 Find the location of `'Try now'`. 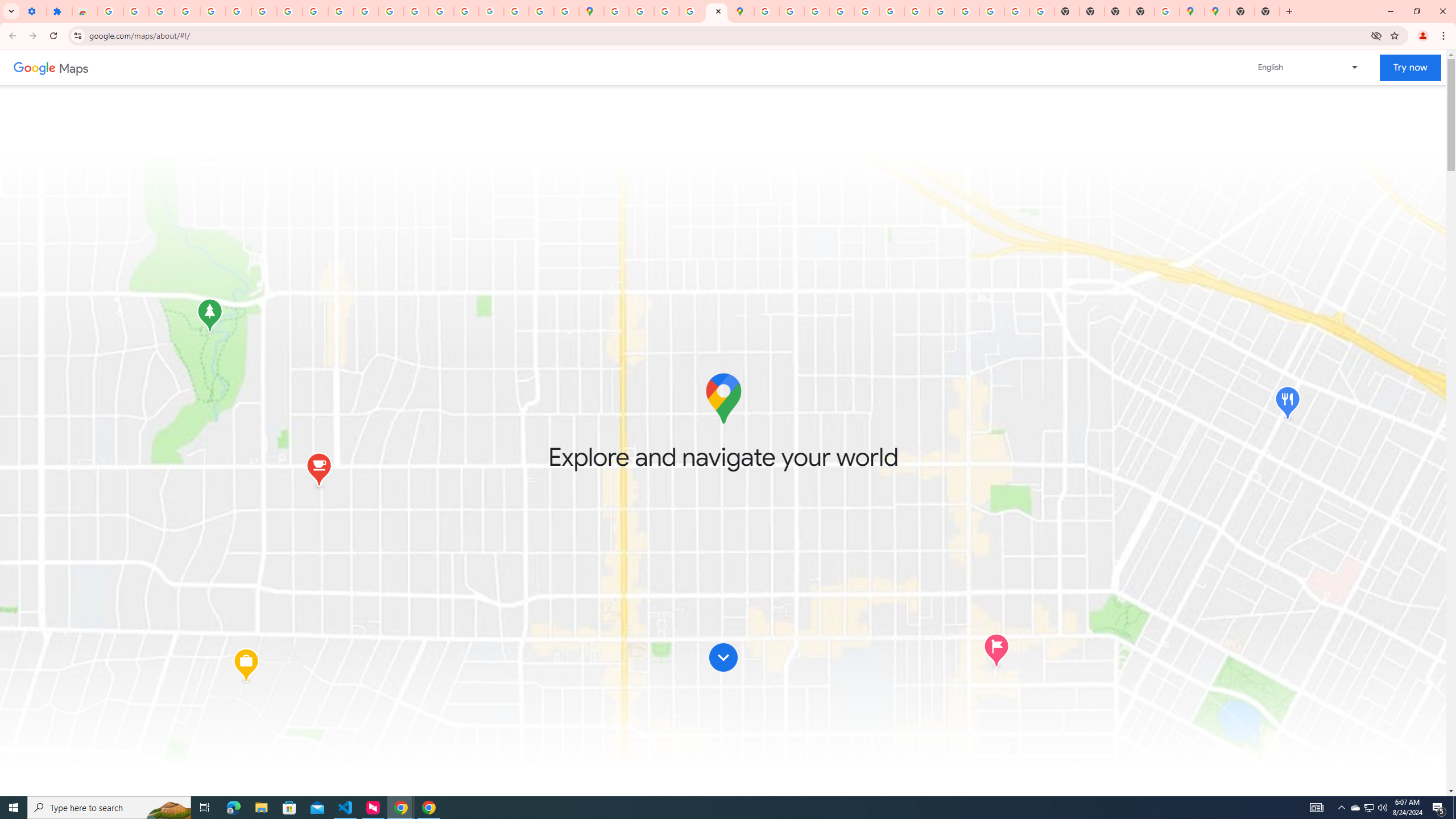

'Try now' is located at coordinates (1409, 67).